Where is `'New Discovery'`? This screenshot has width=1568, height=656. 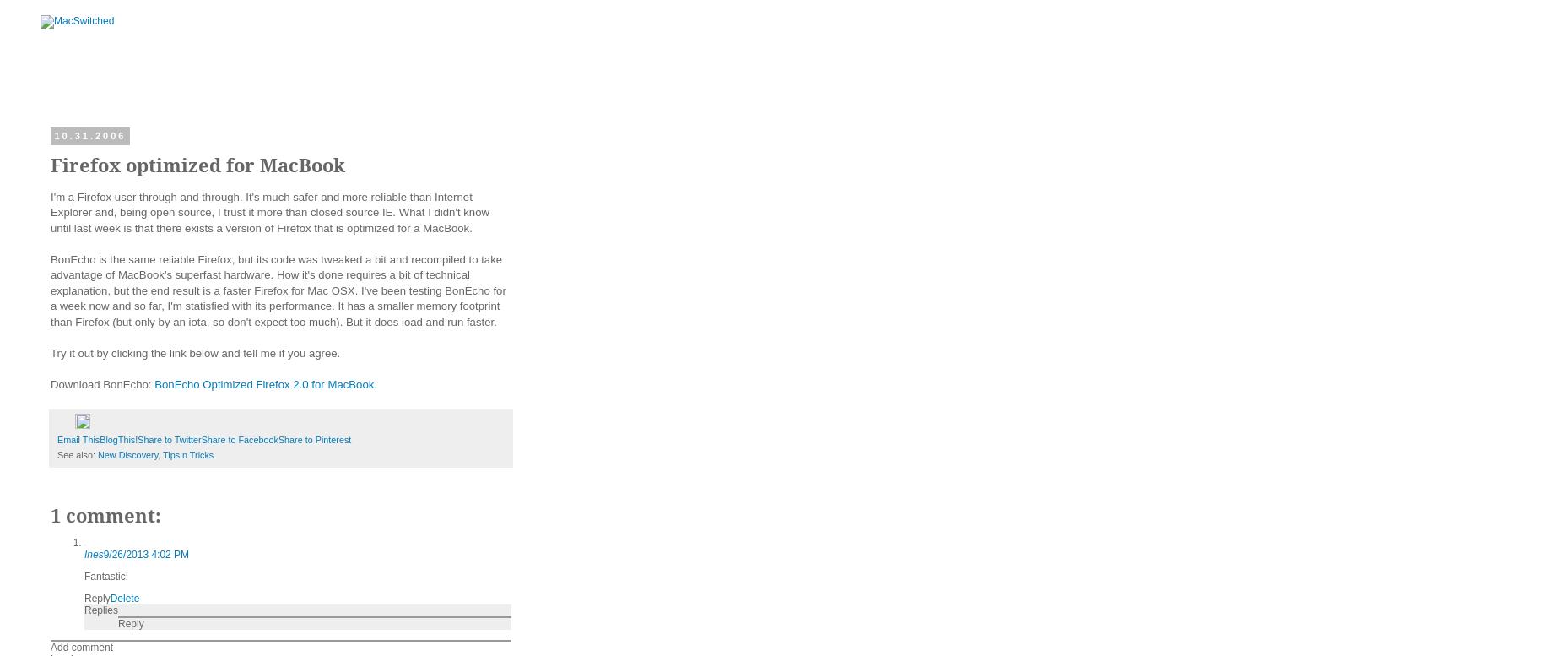
'New Discovery' is located at coordinates (127, 453).